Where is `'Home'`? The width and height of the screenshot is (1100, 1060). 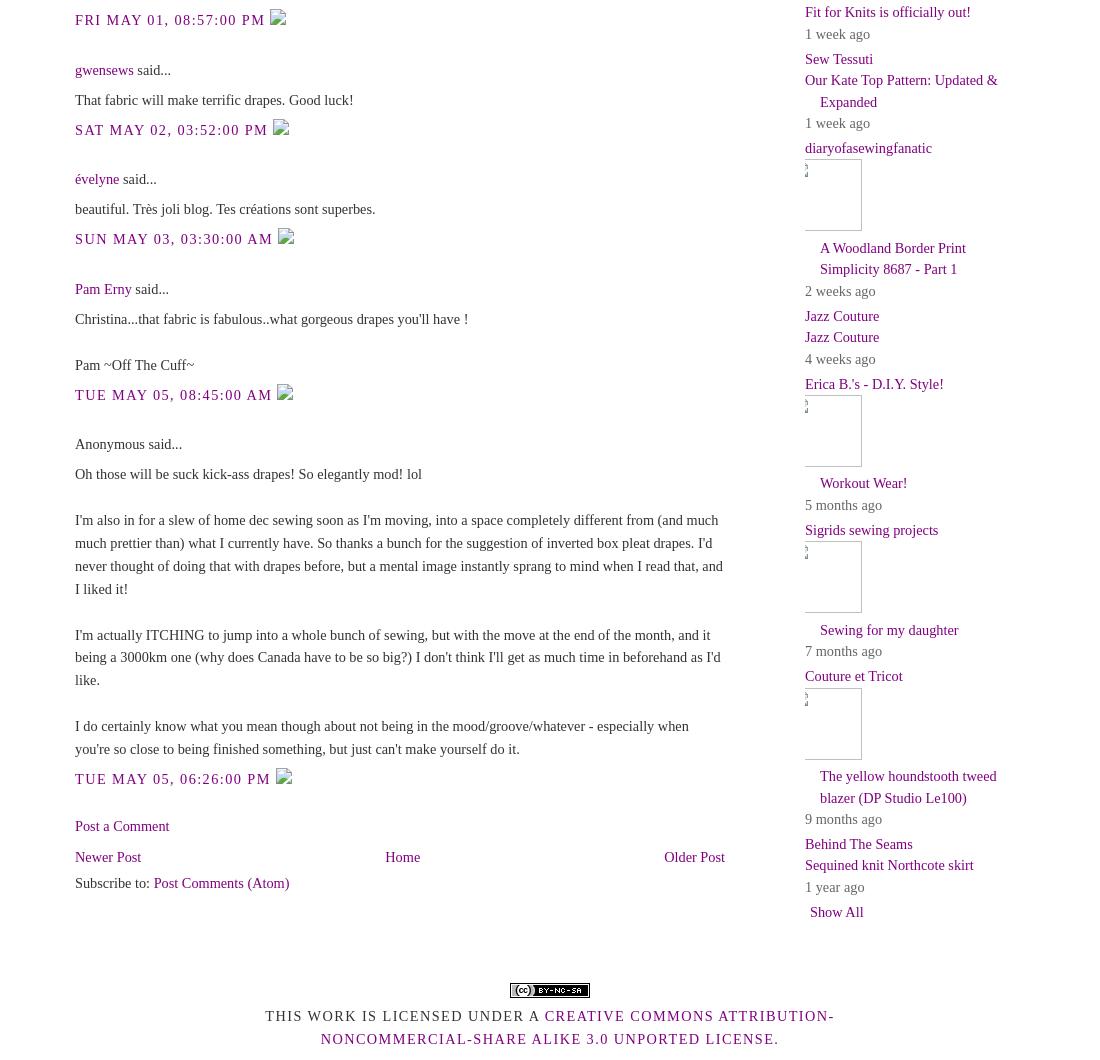
'Home' is located at coordinates (402, 855).